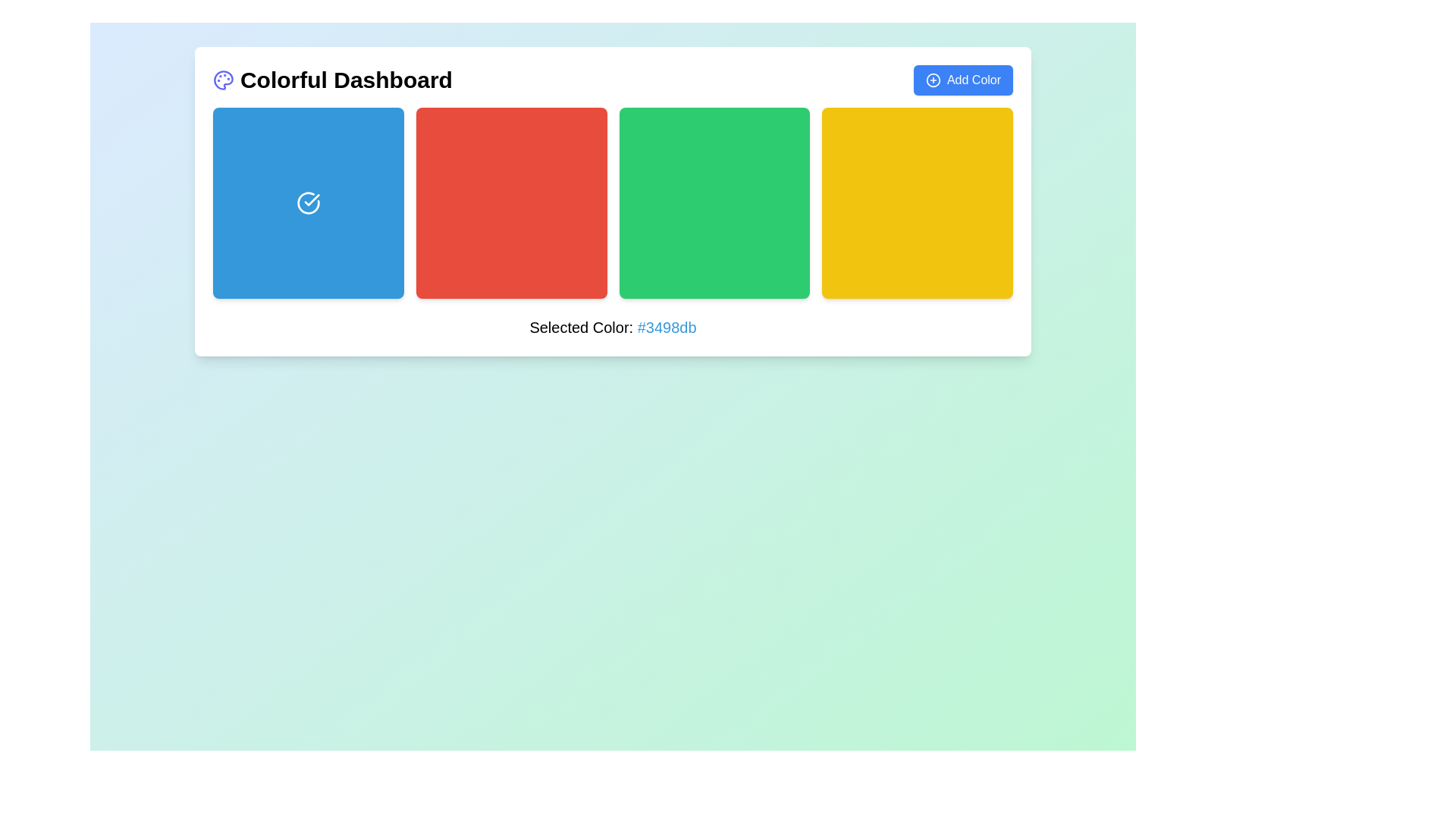  I want to click on the circular SVG element that is part of the 'Add Color' button located at the top-right corner of the dashboard, so click(932, 80).